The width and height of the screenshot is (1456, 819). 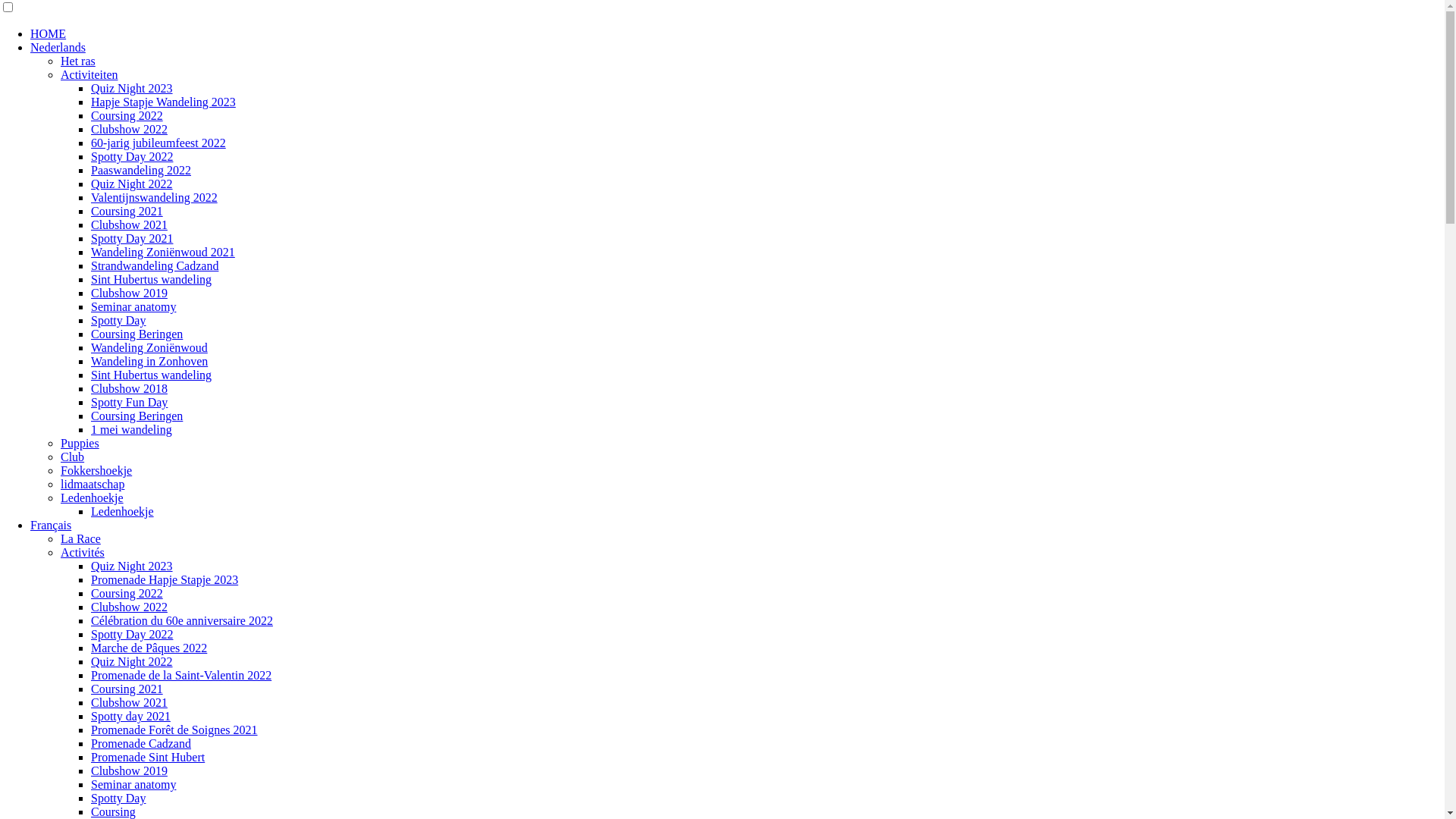 What do you see at coordinates (79, 443) in the screenshot?
I see `'Puppies'` at bounding box center [79, 443].